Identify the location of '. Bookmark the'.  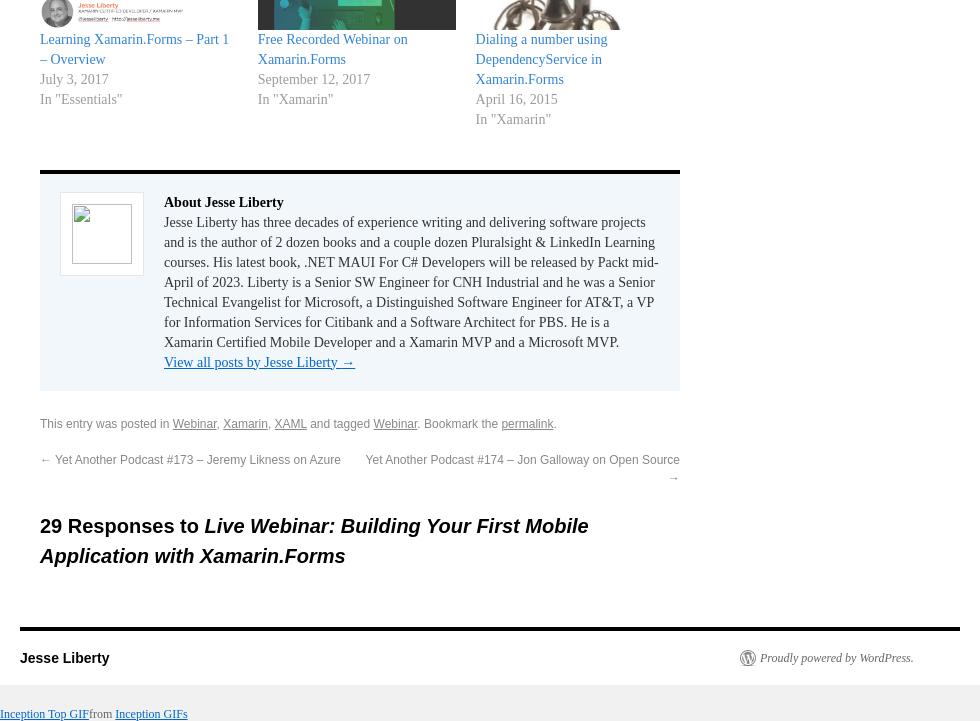
(459, 423).